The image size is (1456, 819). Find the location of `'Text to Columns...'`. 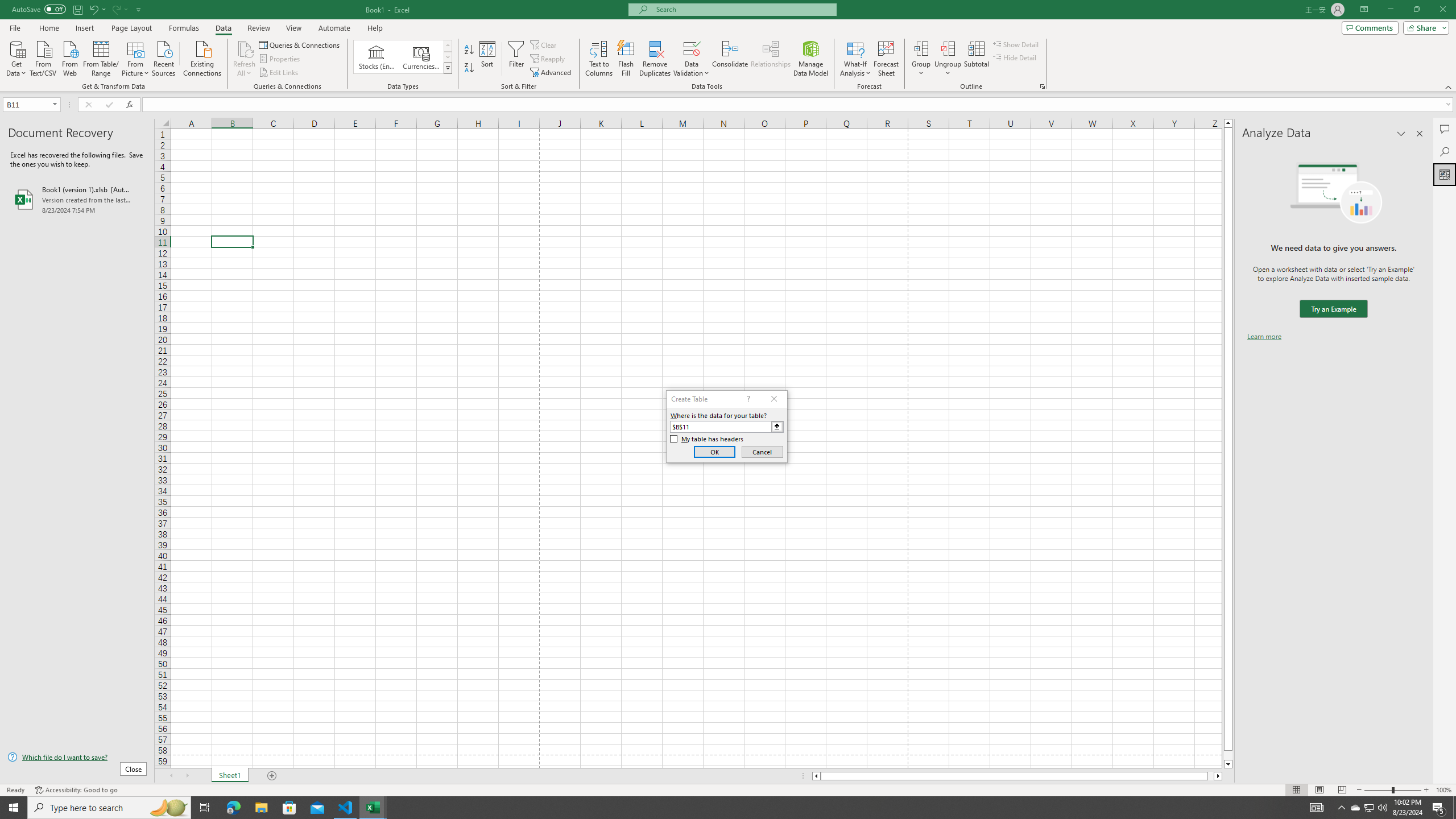

'Text to Columns...' is located at coordinates (598, 59).